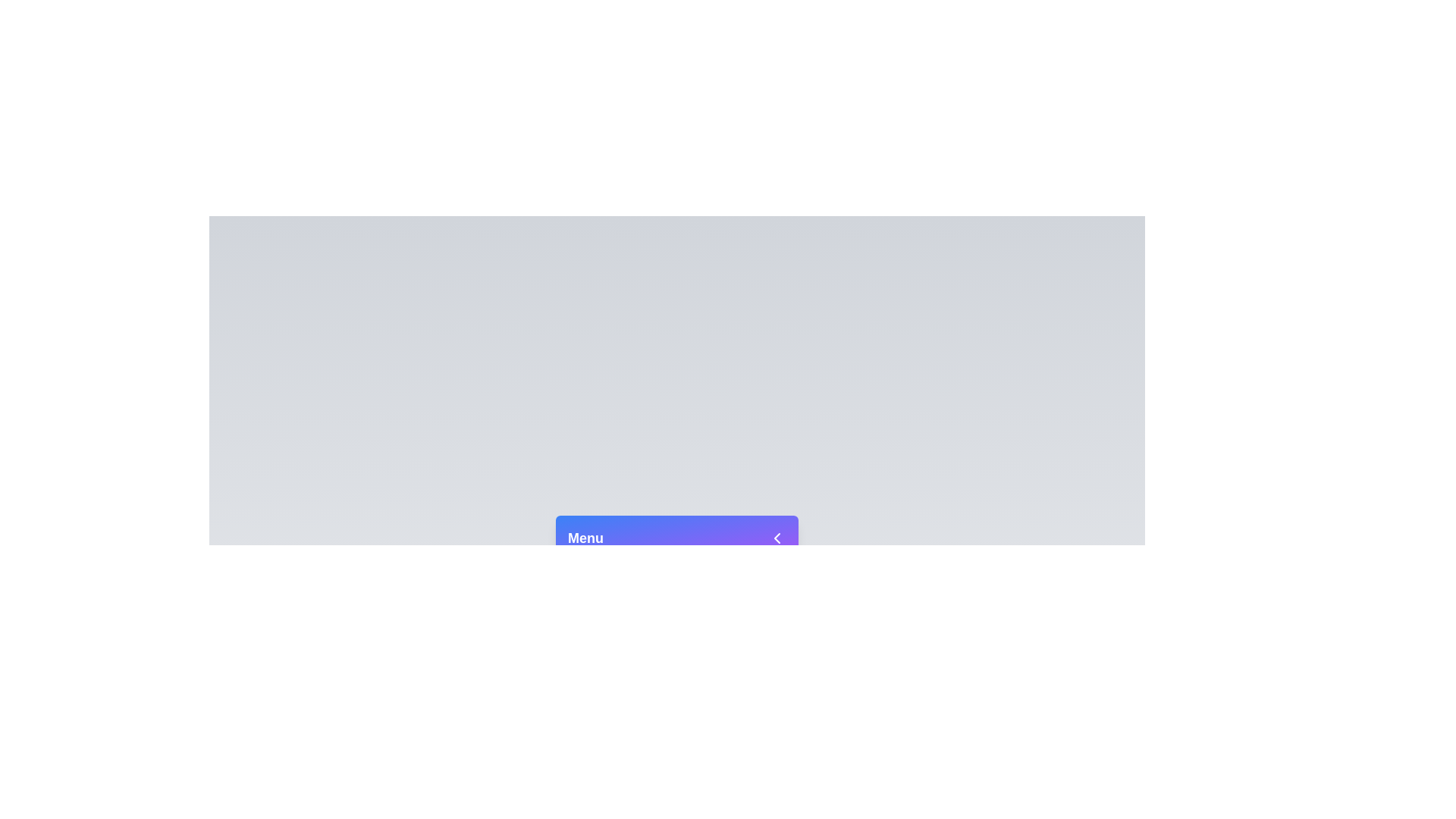 This screenshot has height=819, width=1456. I want to click on the arrow button to toggle the menu, so click(777, 537).